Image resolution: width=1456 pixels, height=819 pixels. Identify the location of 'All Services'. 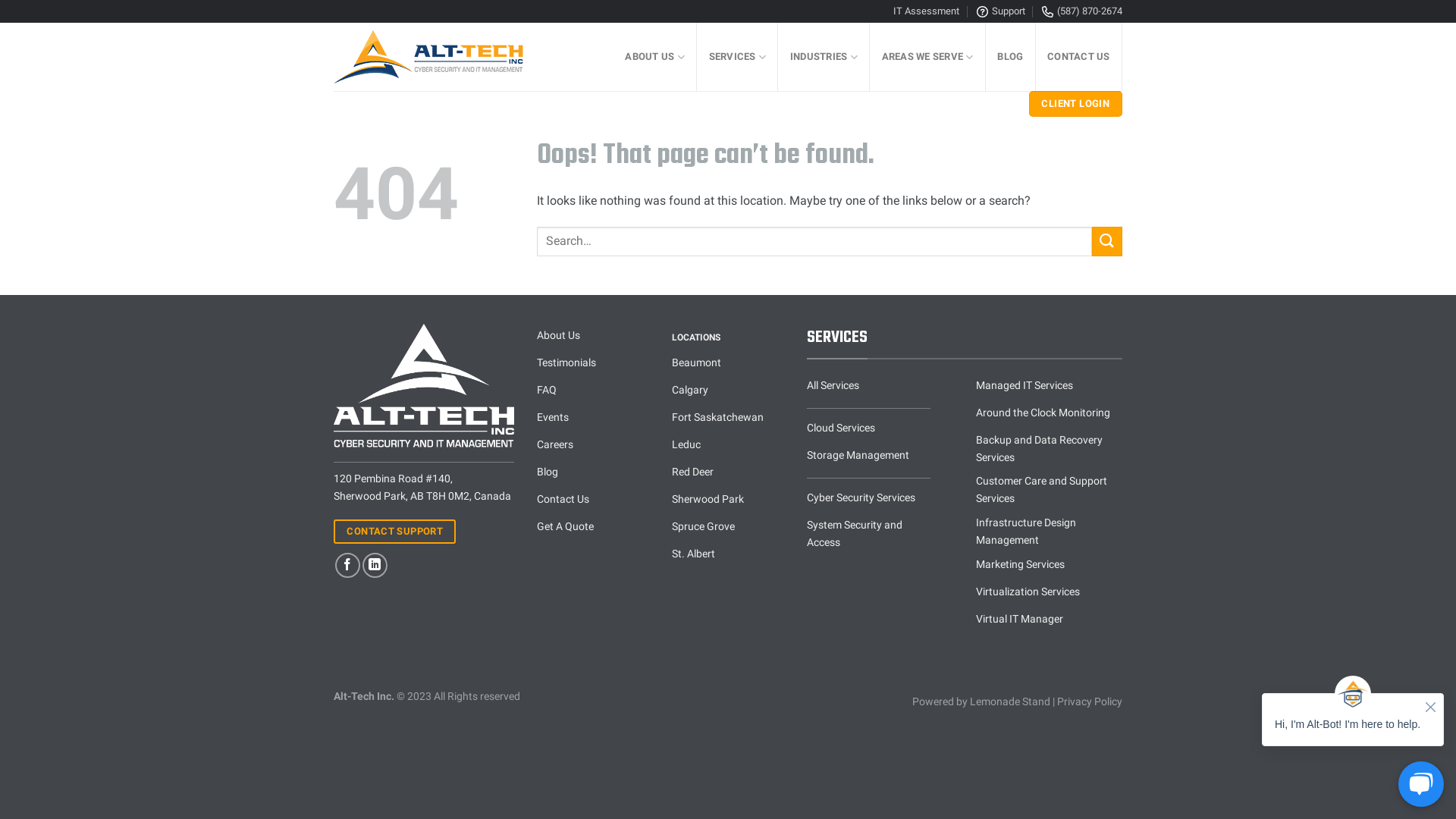
(868, 385).